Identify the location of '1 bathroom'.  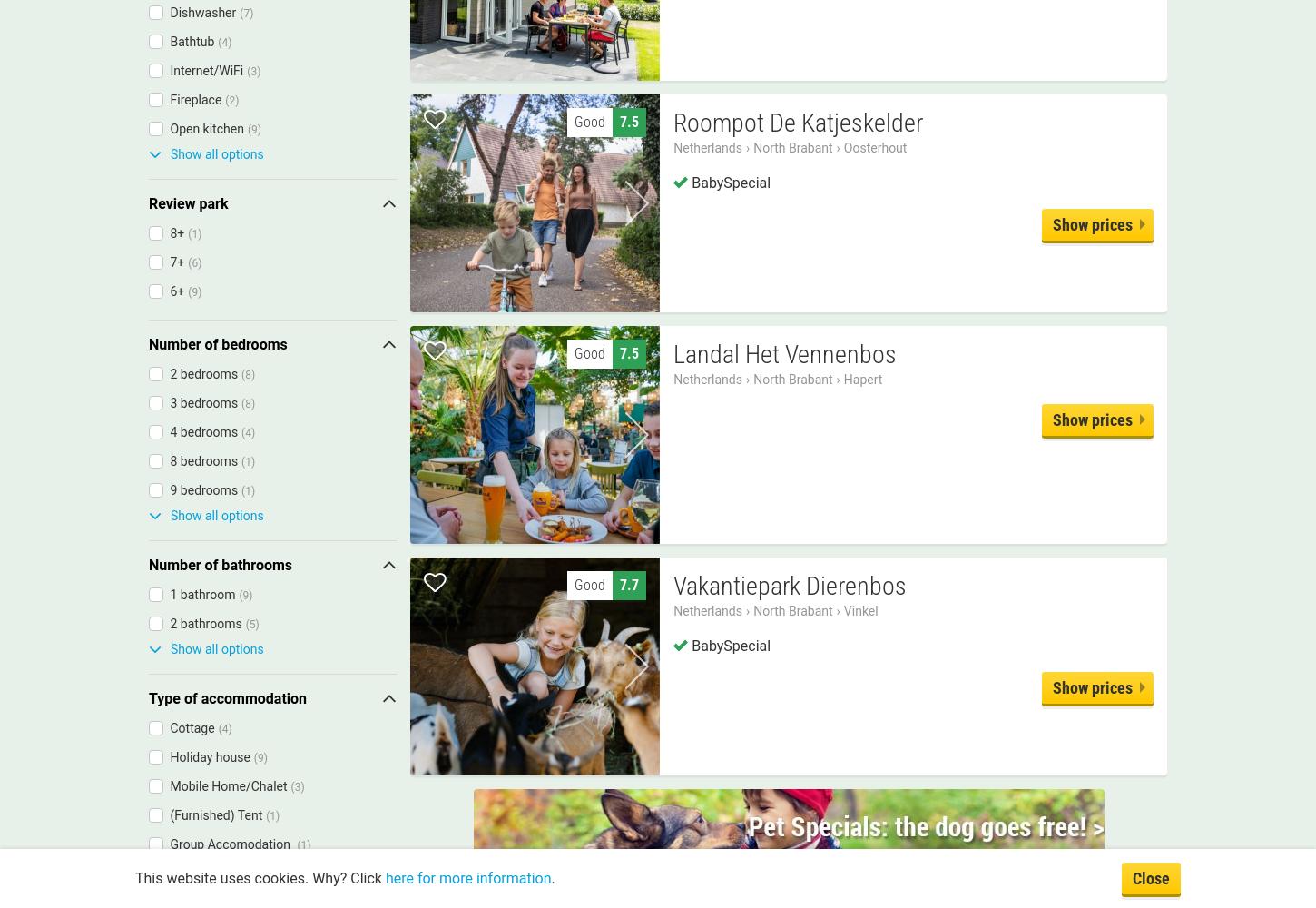
(201, 594).